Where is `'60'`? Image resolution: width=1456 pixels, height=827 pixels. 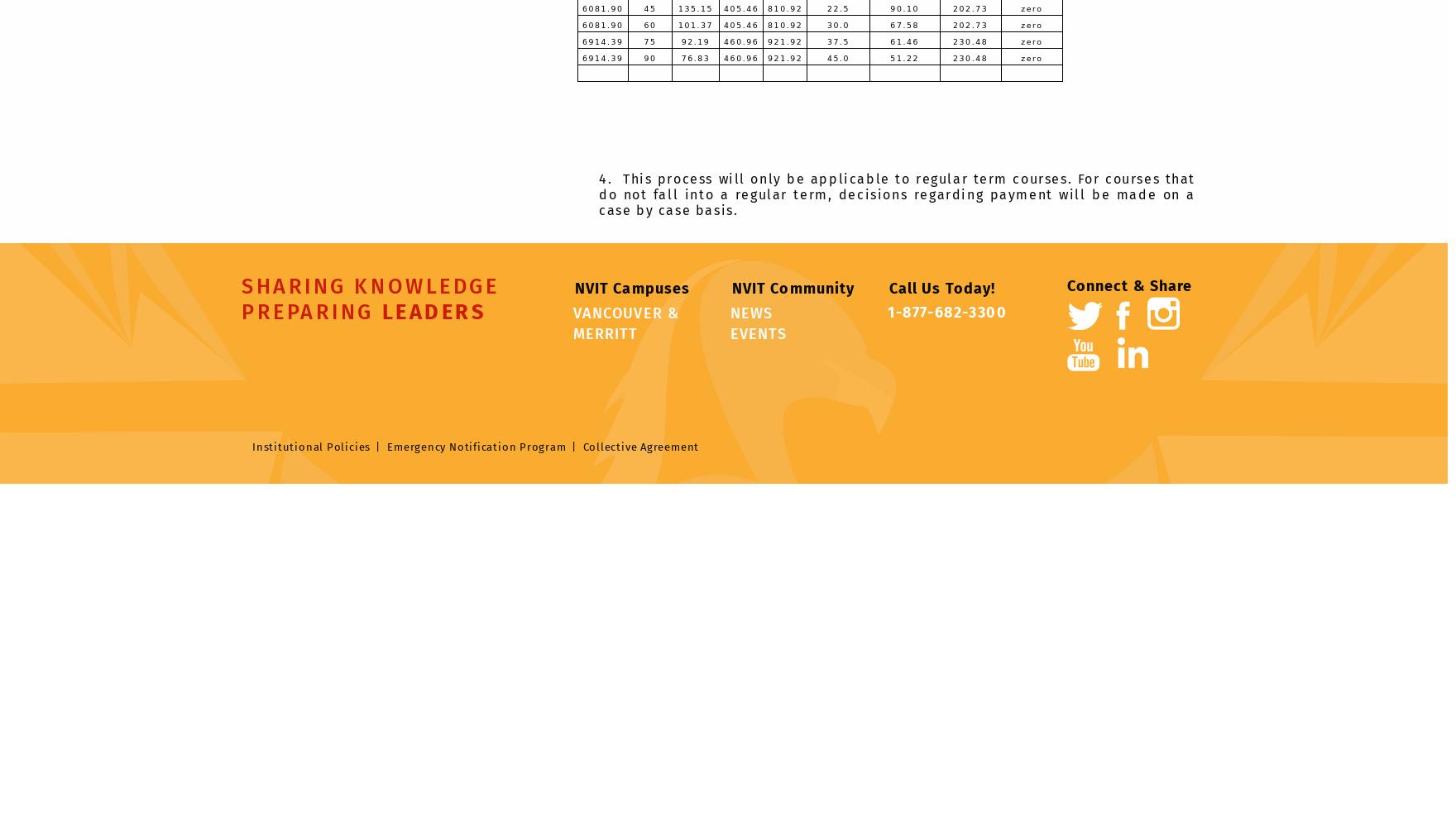 '60' is located at coordinates (649, 24).